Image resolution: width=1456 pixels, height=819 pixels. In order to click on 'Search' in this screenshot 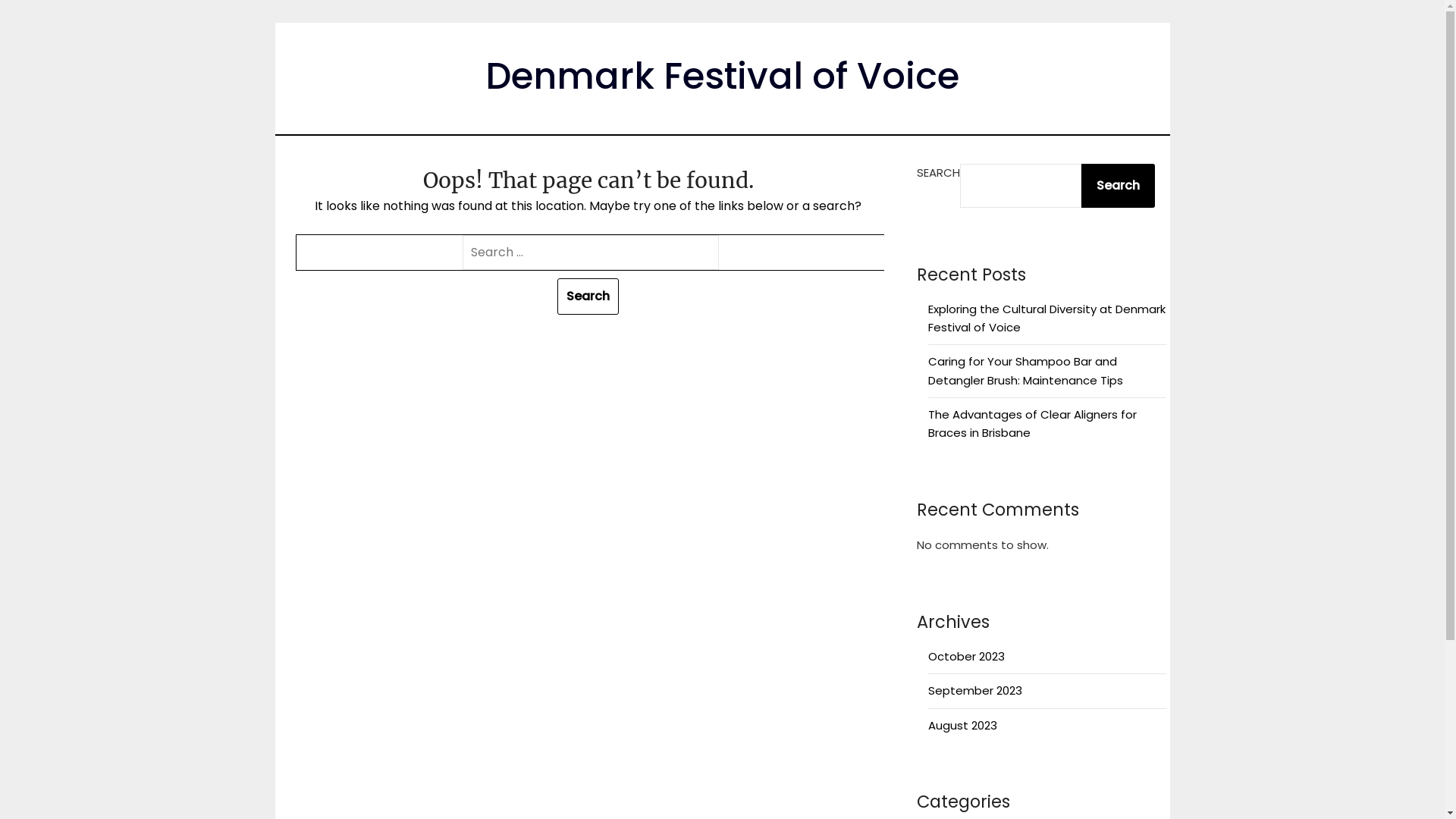, I will do `click(1118, 185)`.